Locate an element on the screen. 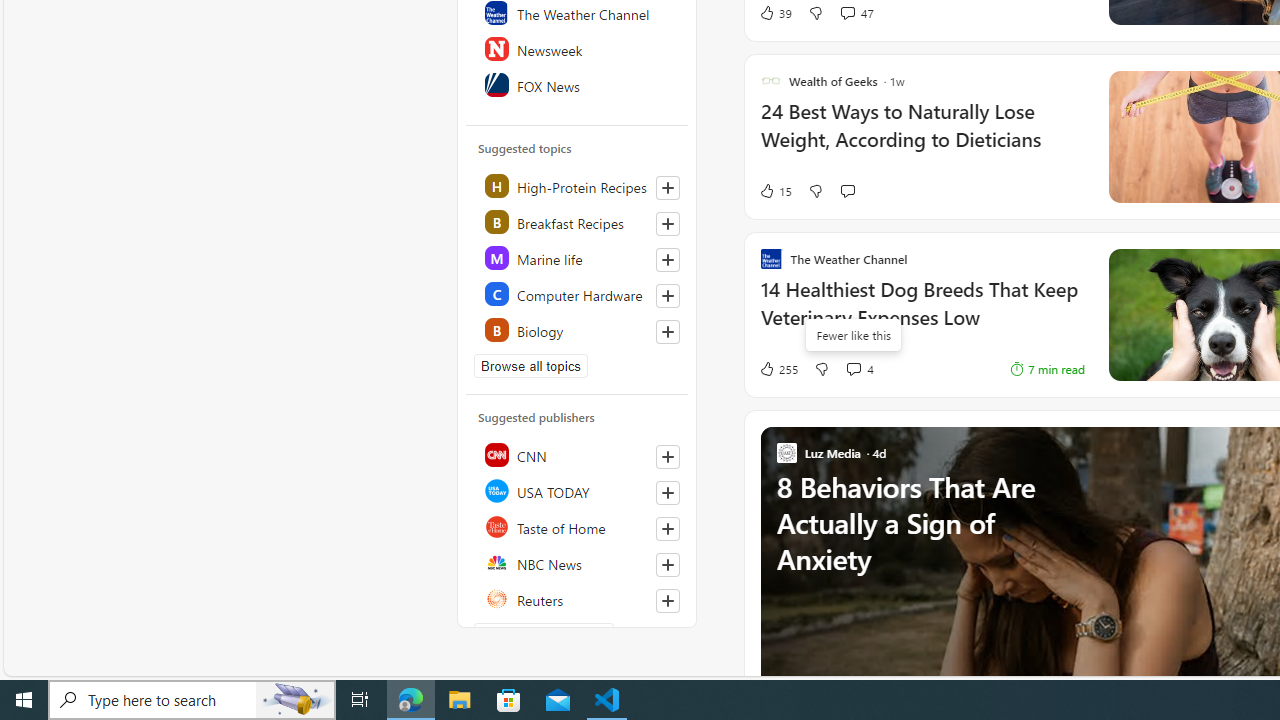 Image resolution: width=1280 pixels, height=720 pixels. 'CNN' is located at coordinates (577, 455).